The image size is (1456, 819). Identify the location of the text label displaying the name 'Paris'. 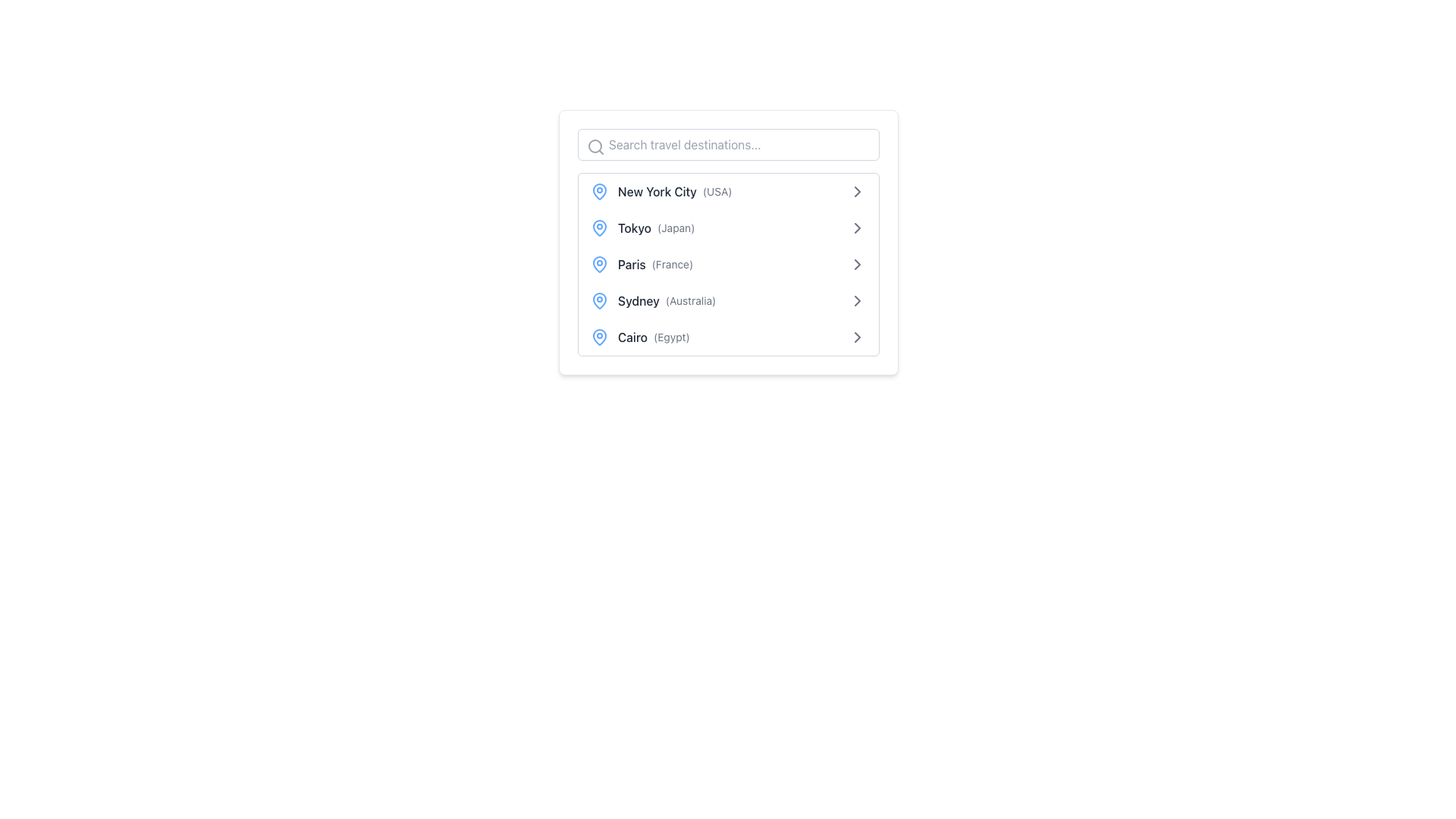
(632, 263).